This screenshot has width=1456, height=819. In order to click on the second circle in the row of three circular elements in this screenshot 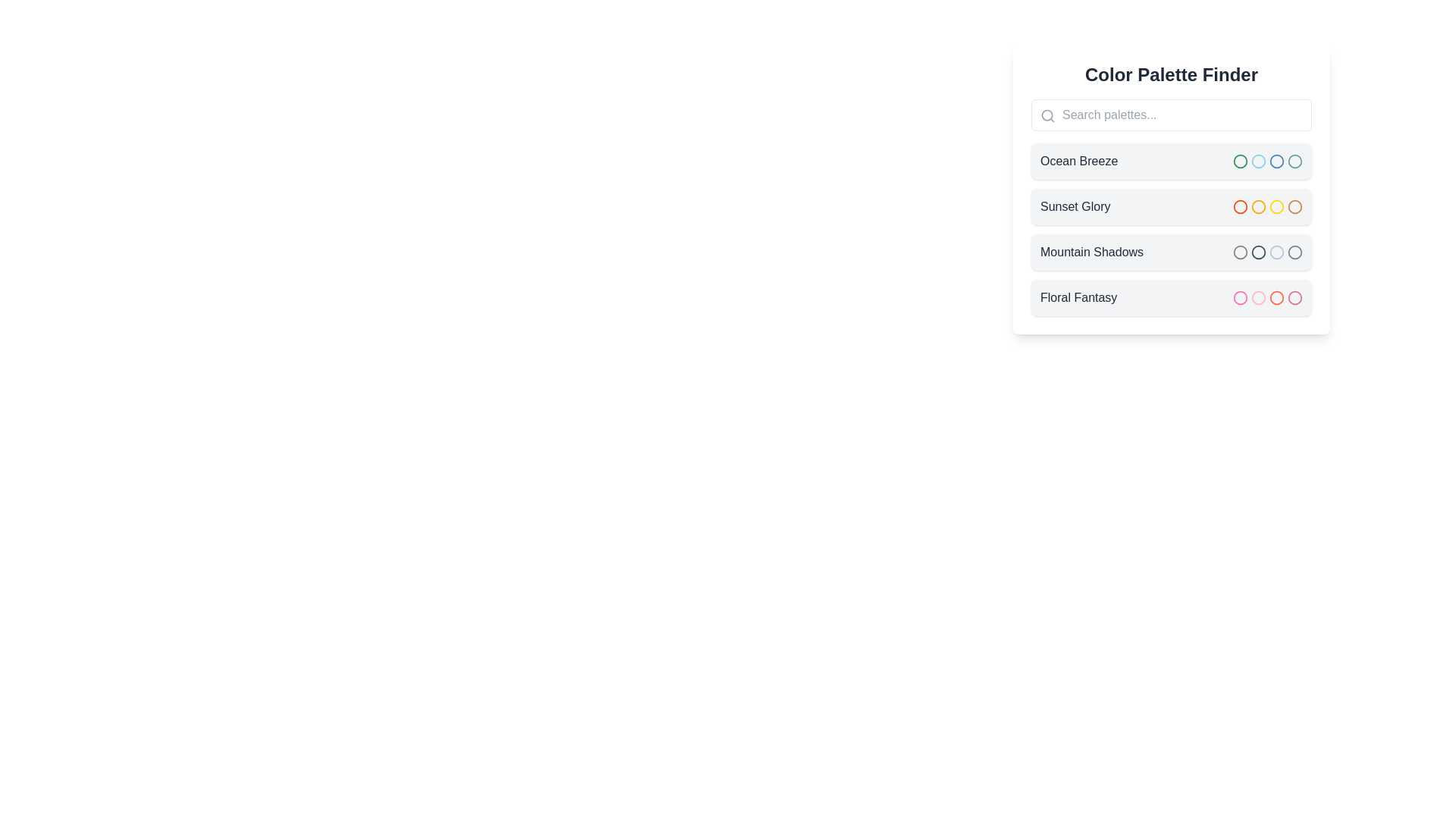, I will do `click(1259, 161)`.